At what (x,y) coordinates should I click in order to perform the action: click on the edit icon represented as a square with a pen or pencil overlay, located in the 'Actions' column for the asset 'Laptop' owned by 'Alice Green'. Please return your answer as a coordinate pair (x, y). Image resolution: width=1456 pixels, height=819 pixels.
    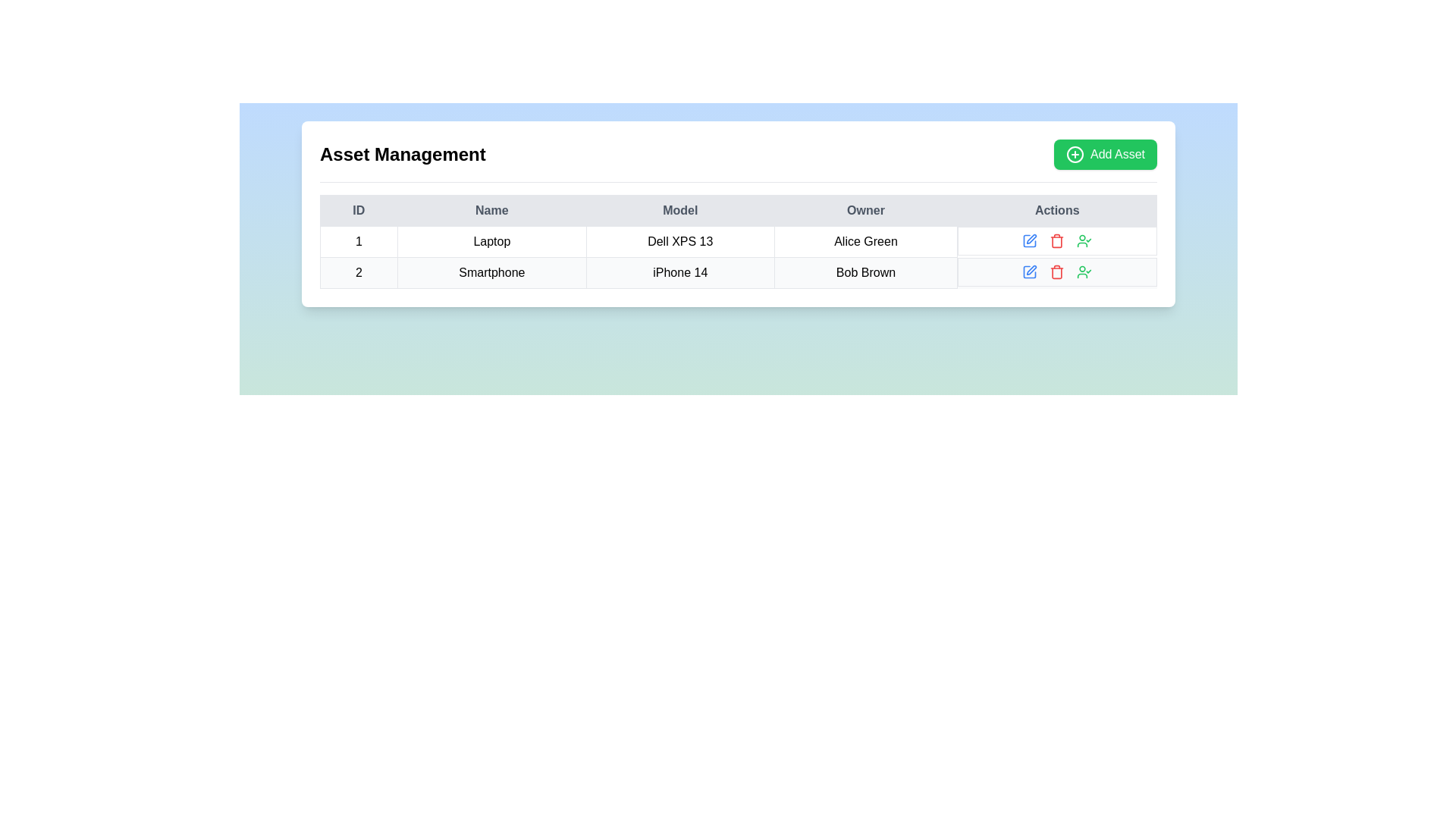
    Looking at the image, I should click on (1030, 240).